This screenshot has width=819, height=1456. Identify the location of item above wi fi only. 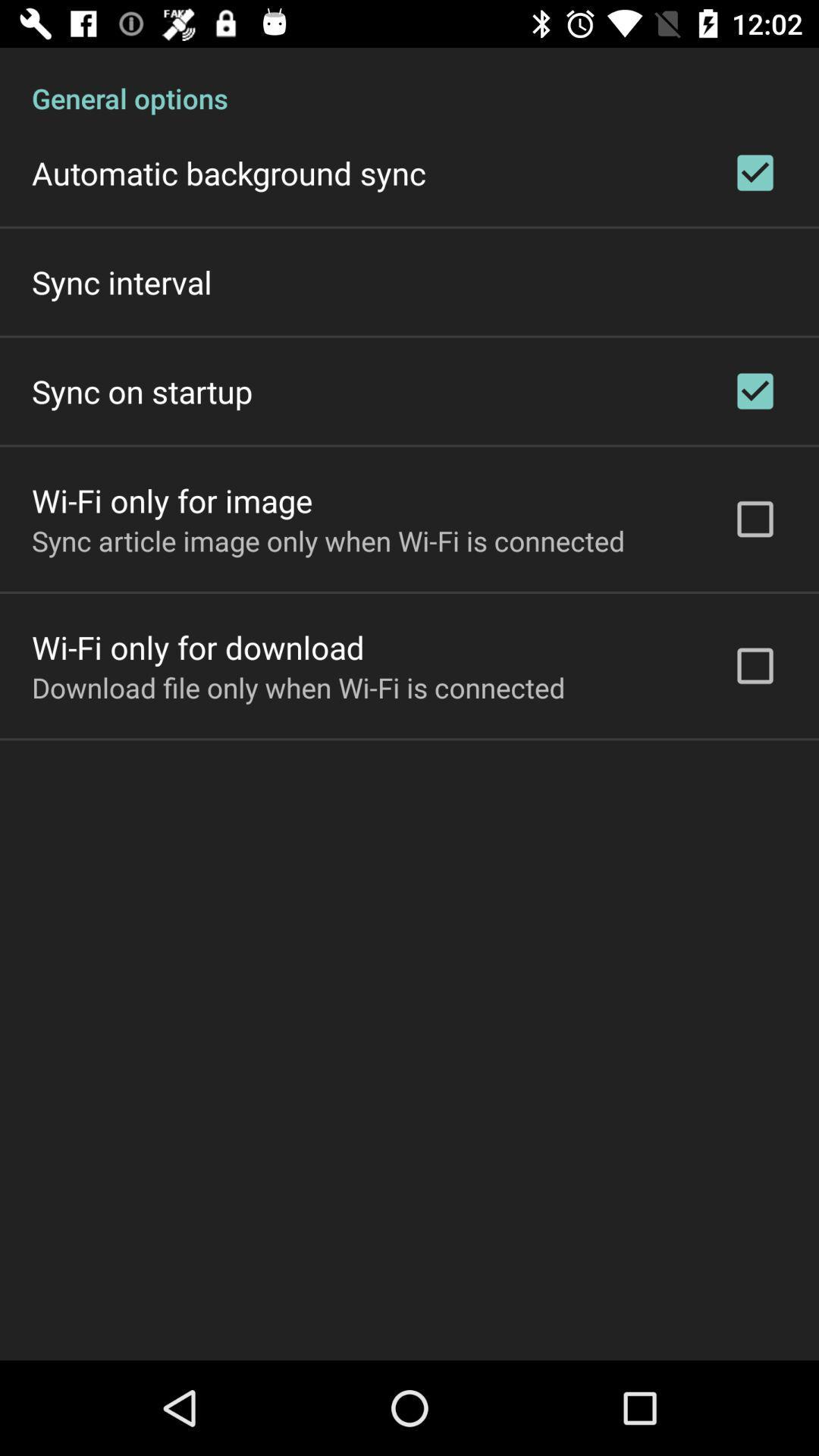
(142, 391).